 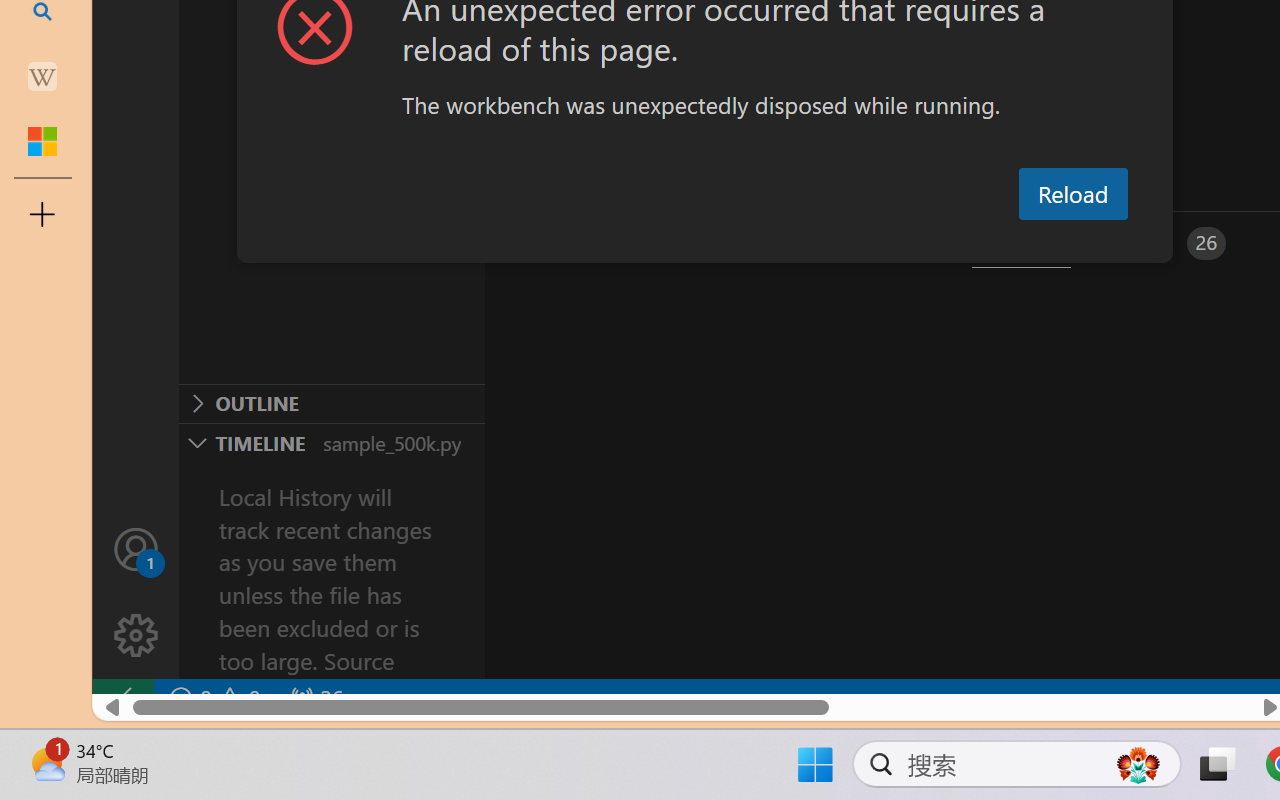 What do you see at coordinates (696, 242) in the screenshot?
I see `'Output (Ctrl+Shift+U)'` at bounding box center [696, 242].